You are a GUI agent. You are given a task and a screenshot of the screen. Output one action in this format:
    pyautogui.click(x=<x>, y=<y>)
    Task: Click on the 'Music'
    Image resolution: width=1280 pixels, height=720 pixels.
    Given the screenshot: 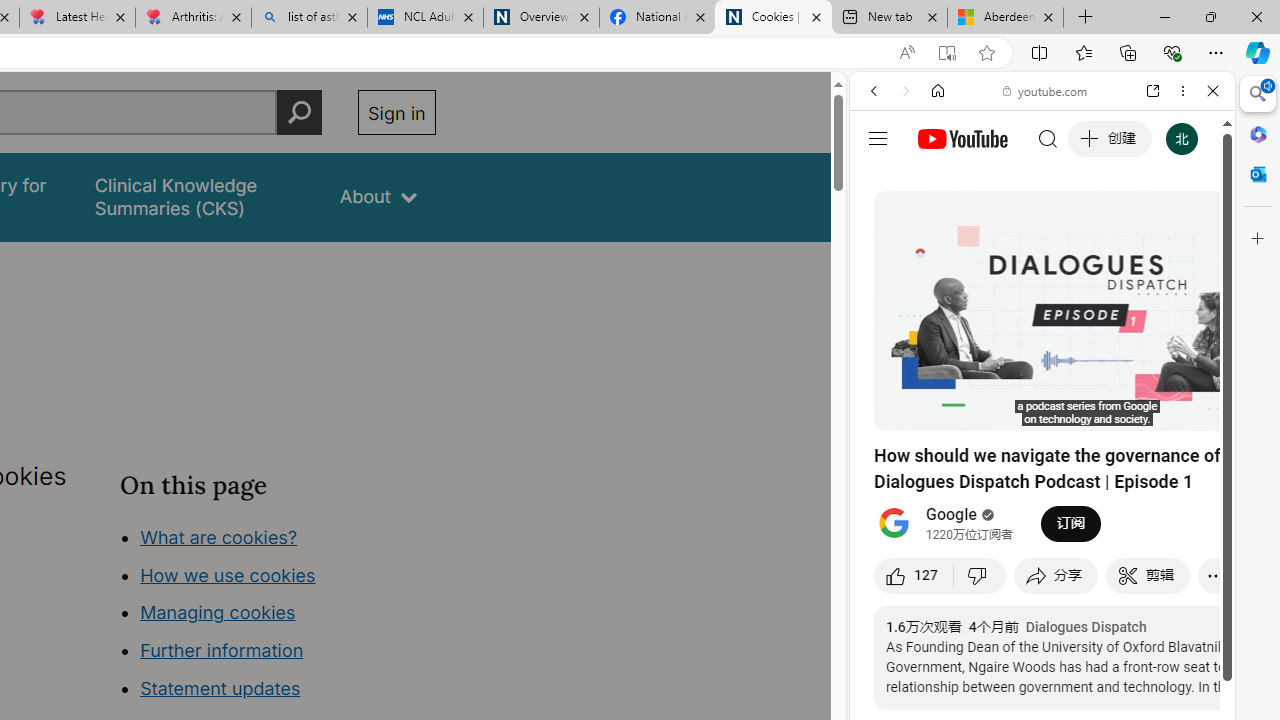 What is the action you would take?
    pyautogui.click(x=1041, y=544)
    